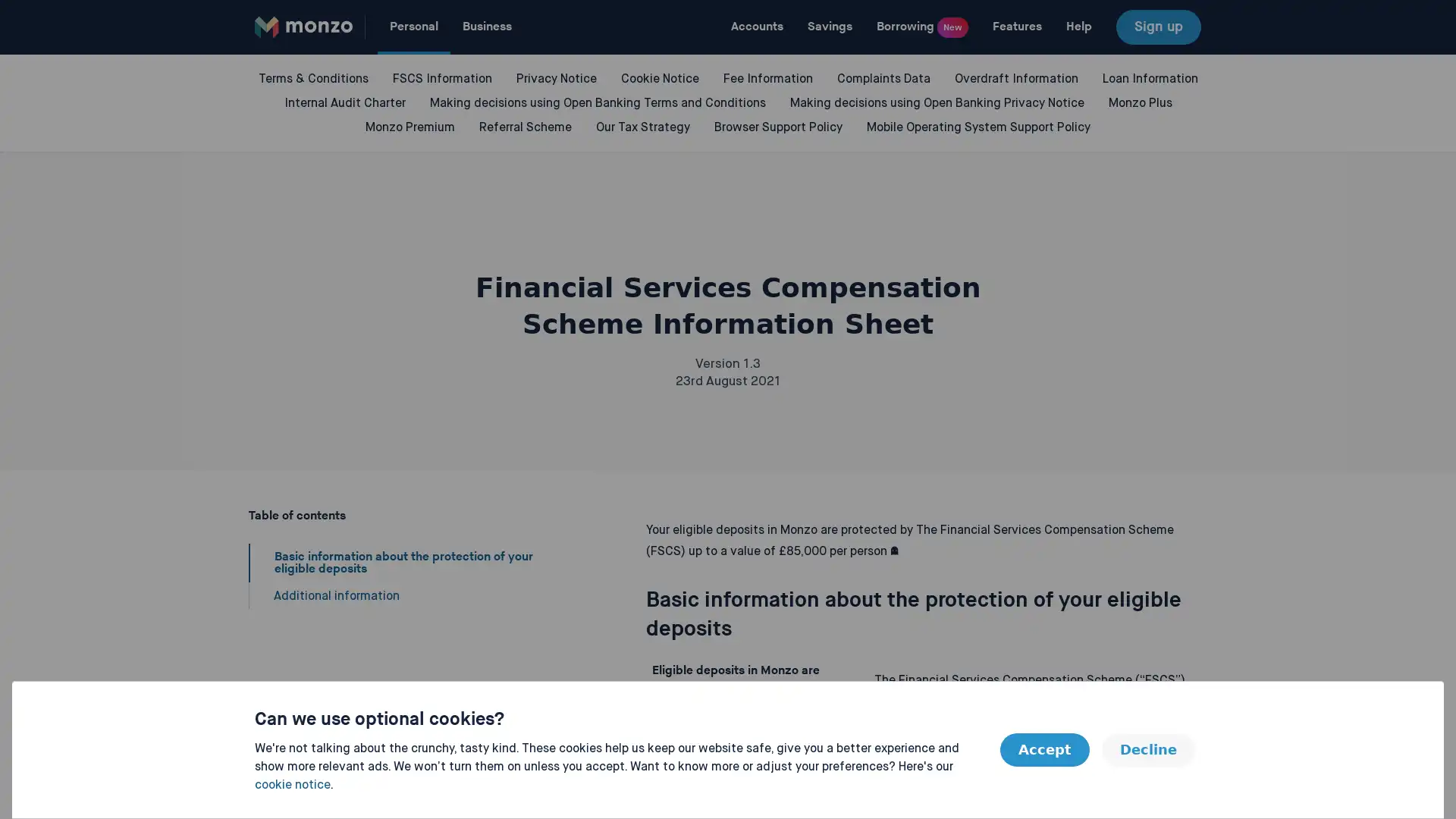 Image resolution: width=1456 pixels, height=819 pixels. Describe the element at coordinates (1043, 748) in the screenshot. I see `Accept` at that location.